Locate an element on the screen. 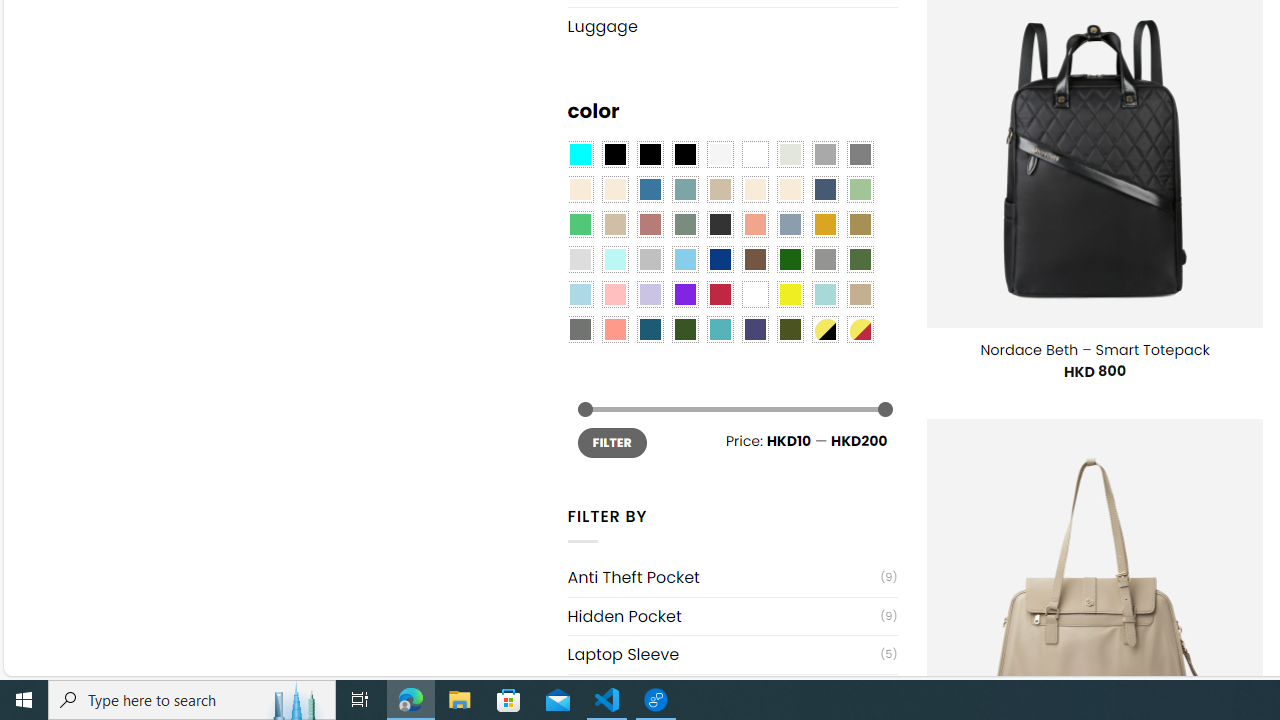 This screenshot has height=720, width=1280. 'Light Green' is located at coordinates (860, 190).